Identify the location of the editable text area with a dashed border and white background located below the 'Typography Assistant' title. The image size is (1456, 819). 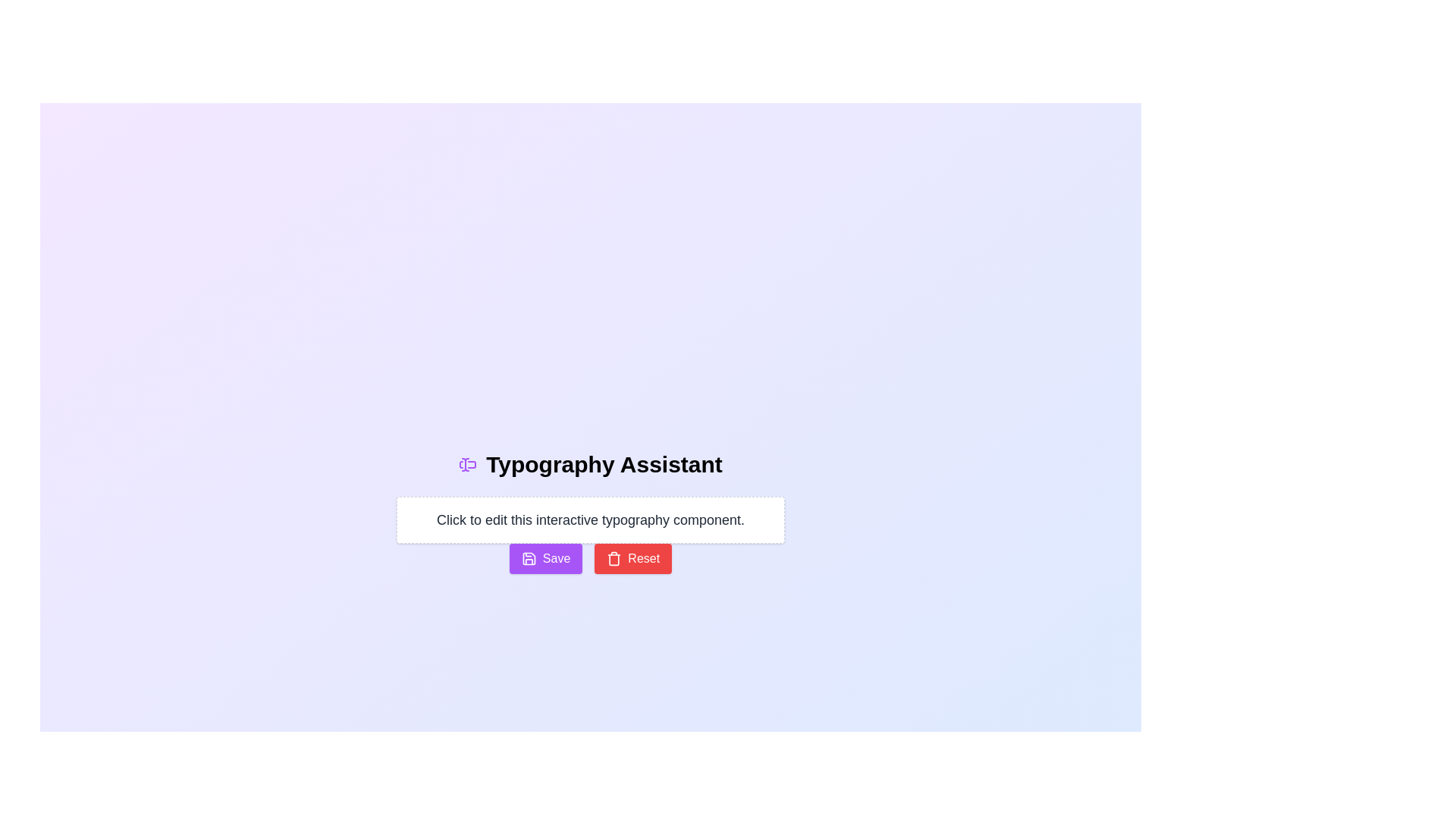
(589, 519).